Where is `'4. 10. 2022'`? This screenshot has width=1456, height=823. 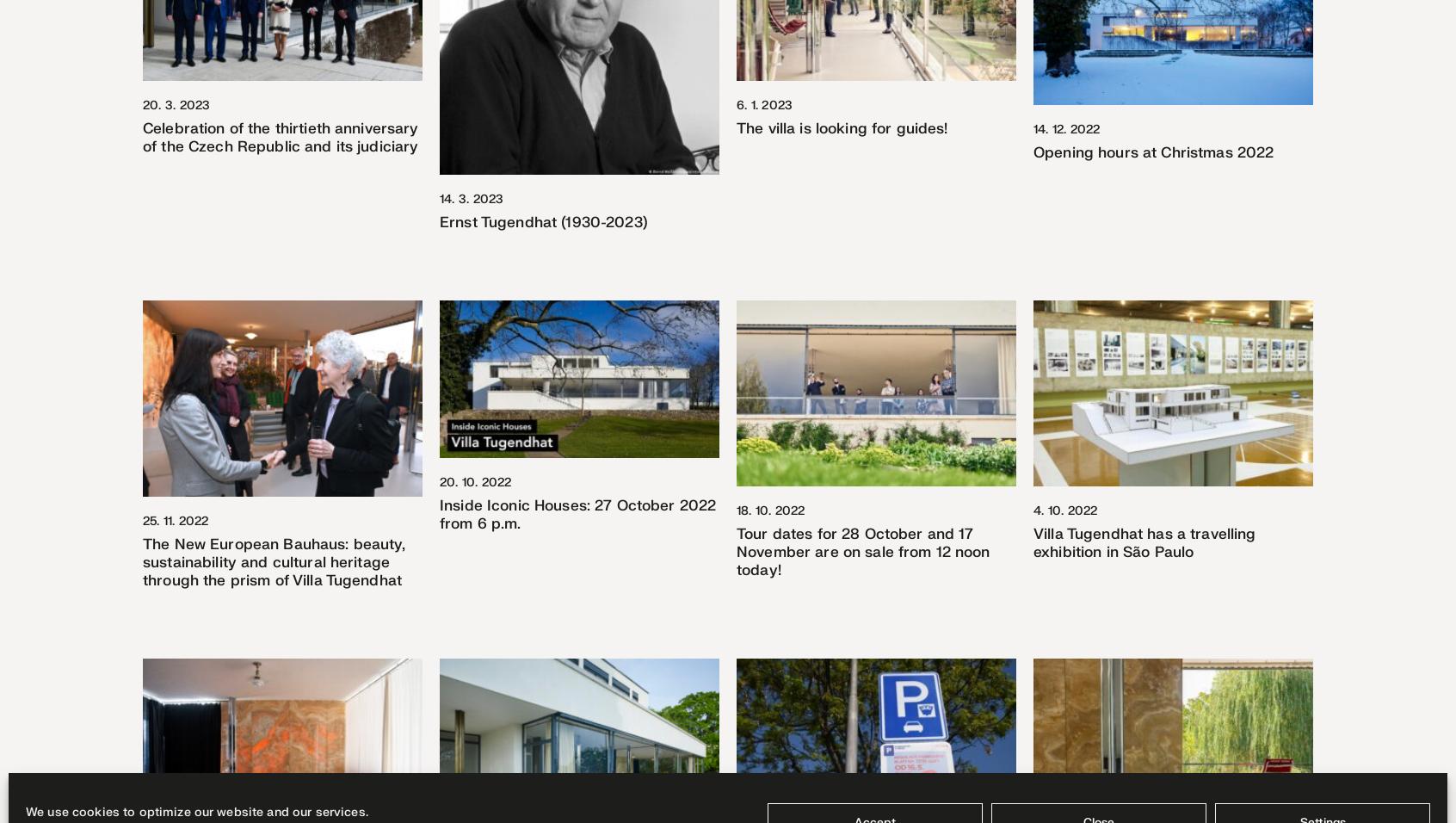 '4. 10. 2022' is located at coordinates (1065, 510).